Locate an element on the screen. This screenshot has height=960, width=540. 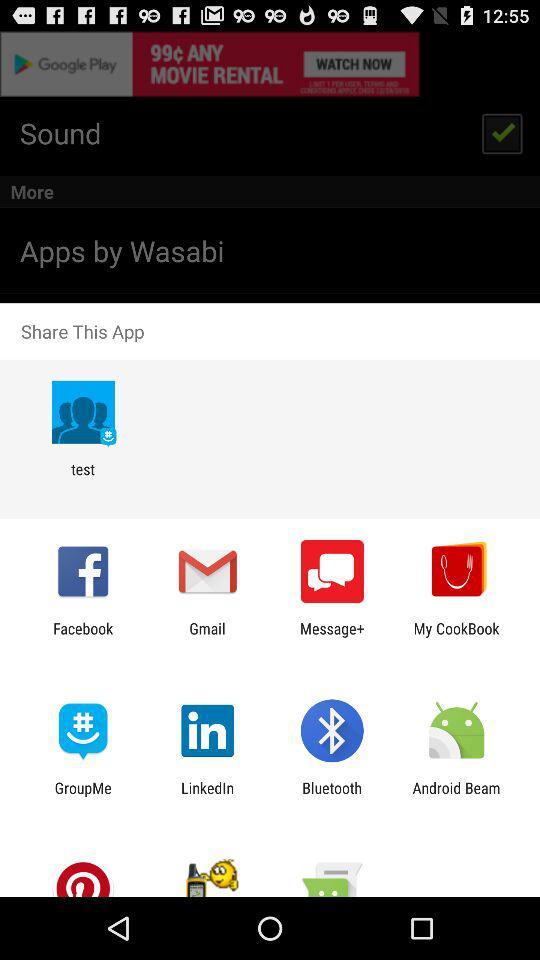
item next to message+ item is located at coordinates (206, 636).